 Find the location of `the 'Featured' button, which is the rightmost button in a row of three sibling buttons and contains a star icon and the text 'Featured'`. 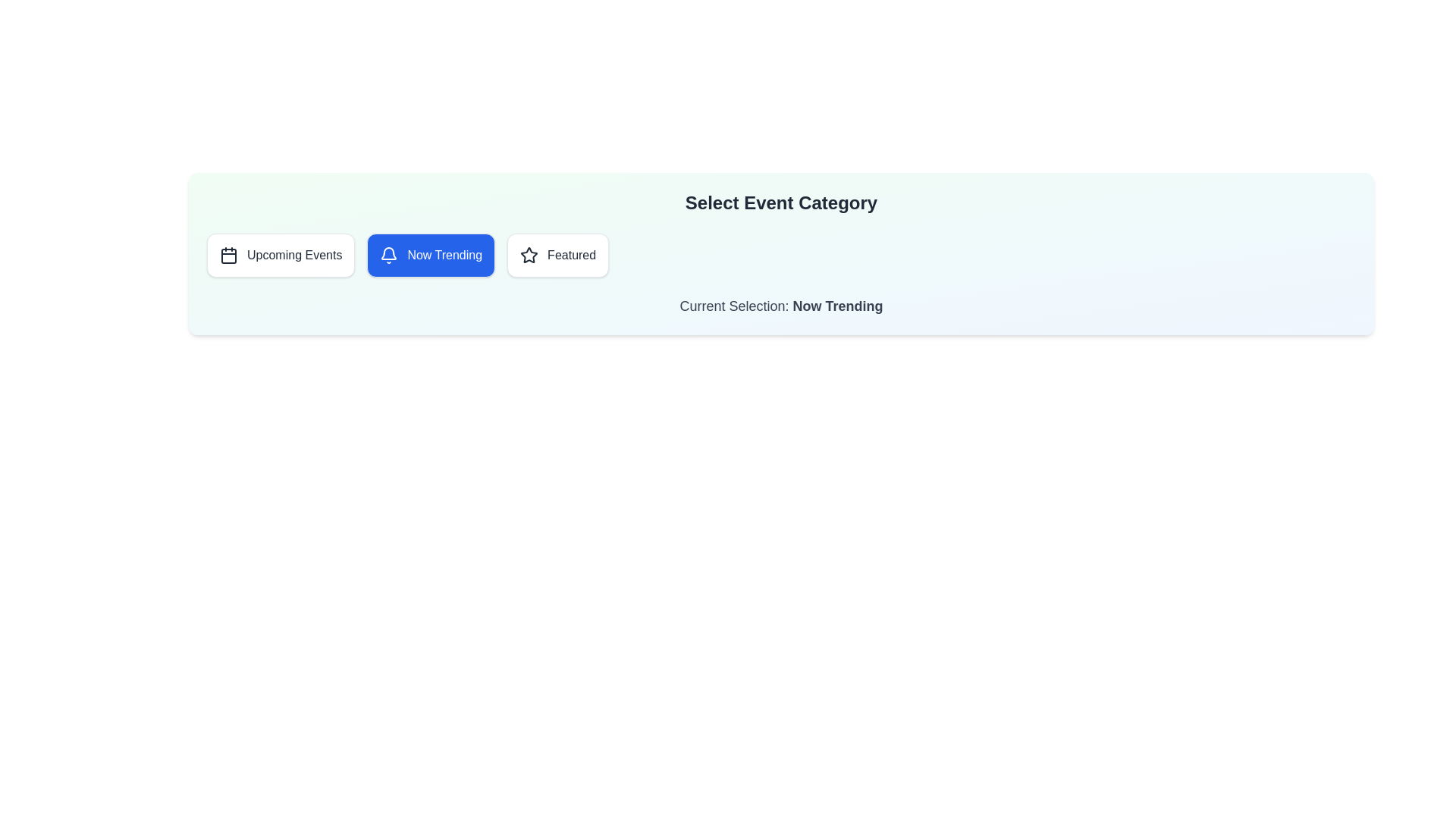

the 'Featured' button, which is the rightmost button in a row of three sibling buttons and contains a star icon and the text 'Featured' is located at coordinates (557, 254).